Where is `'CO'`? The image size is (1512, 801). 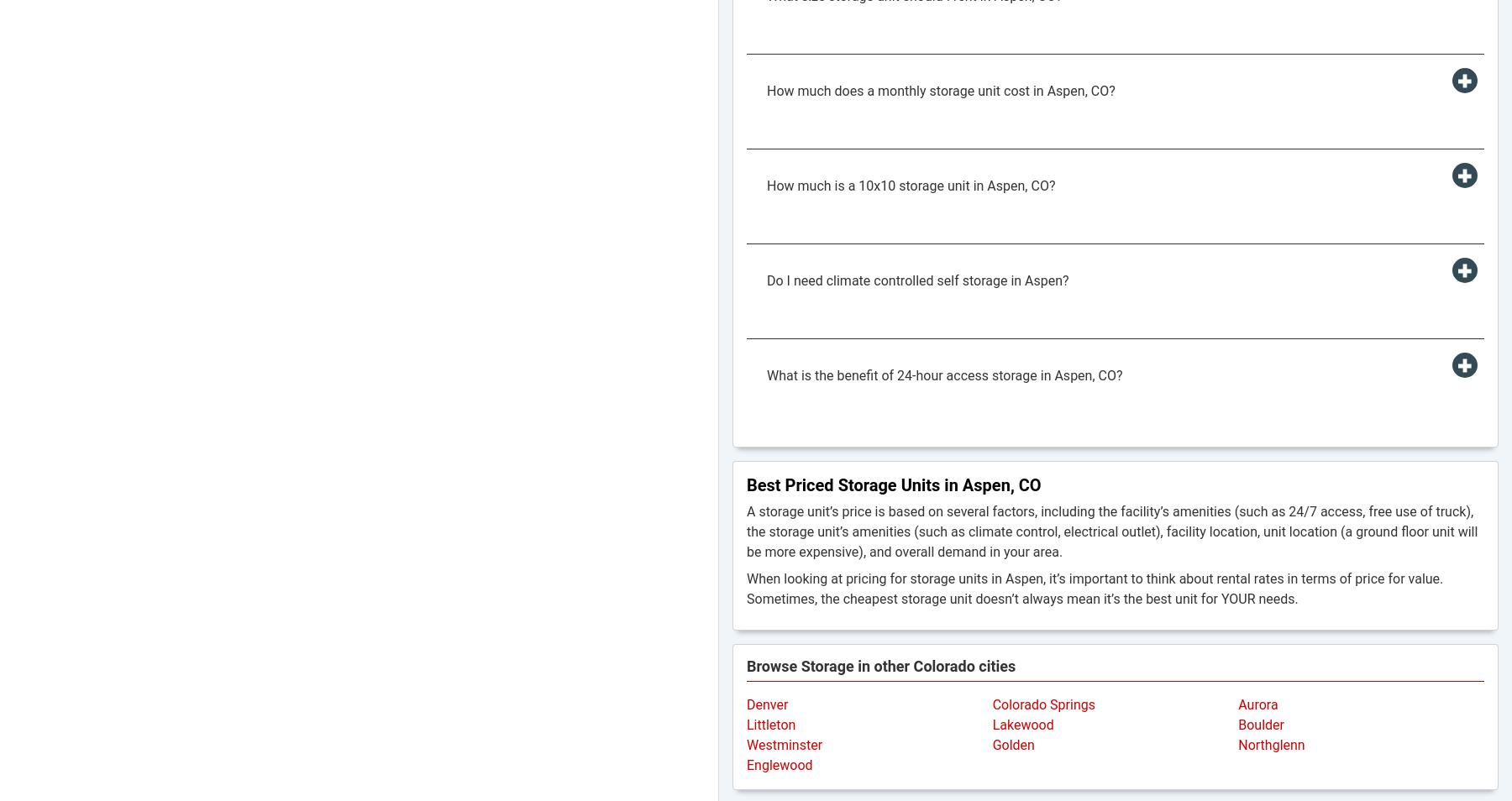 'CO' is located at coordinates (1028, 484).